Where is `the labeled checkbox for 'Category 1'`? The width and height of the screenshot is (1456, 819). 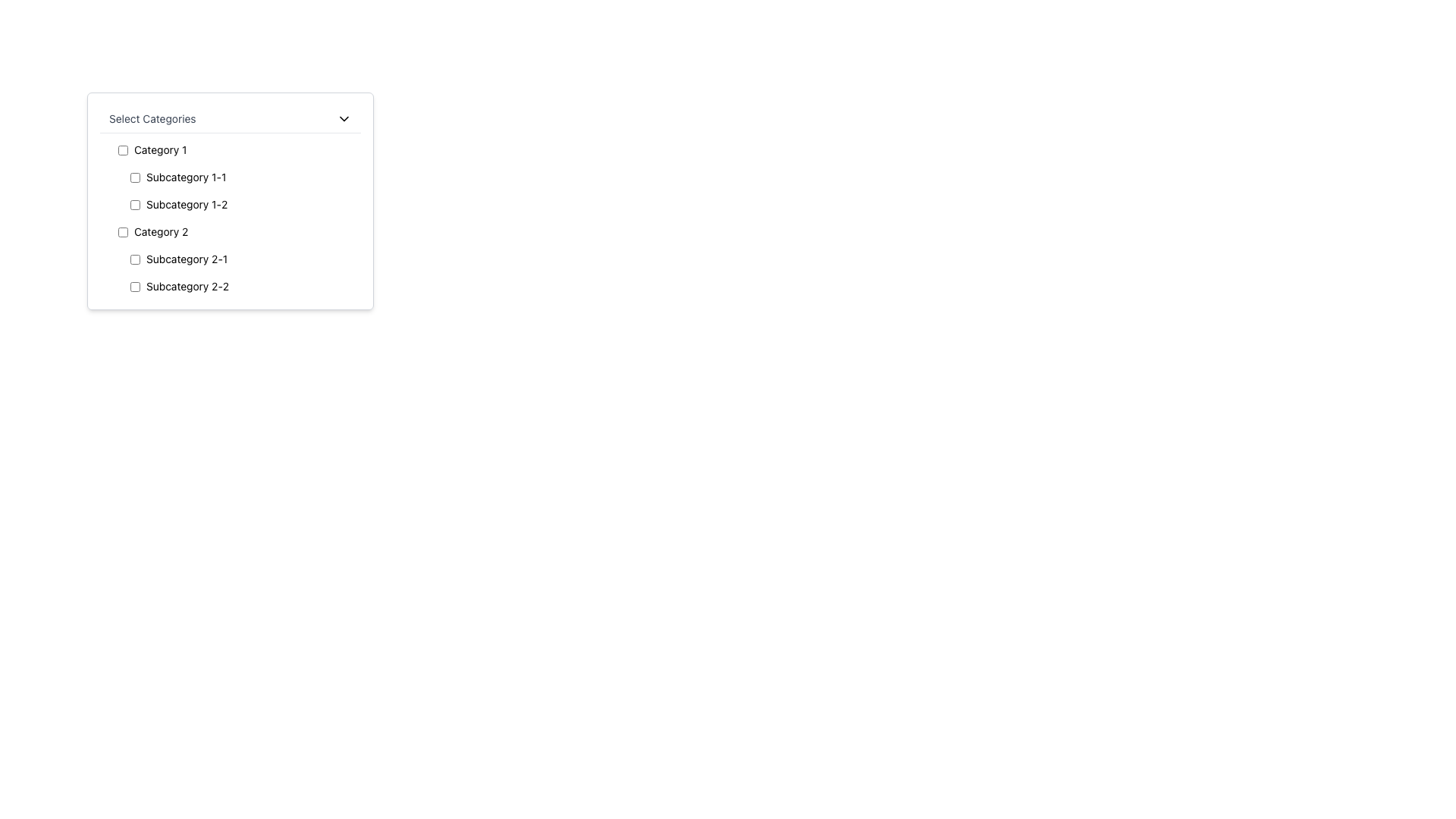
the labeled checkbox for 'Category 1' is located at coordinates (236, 149).